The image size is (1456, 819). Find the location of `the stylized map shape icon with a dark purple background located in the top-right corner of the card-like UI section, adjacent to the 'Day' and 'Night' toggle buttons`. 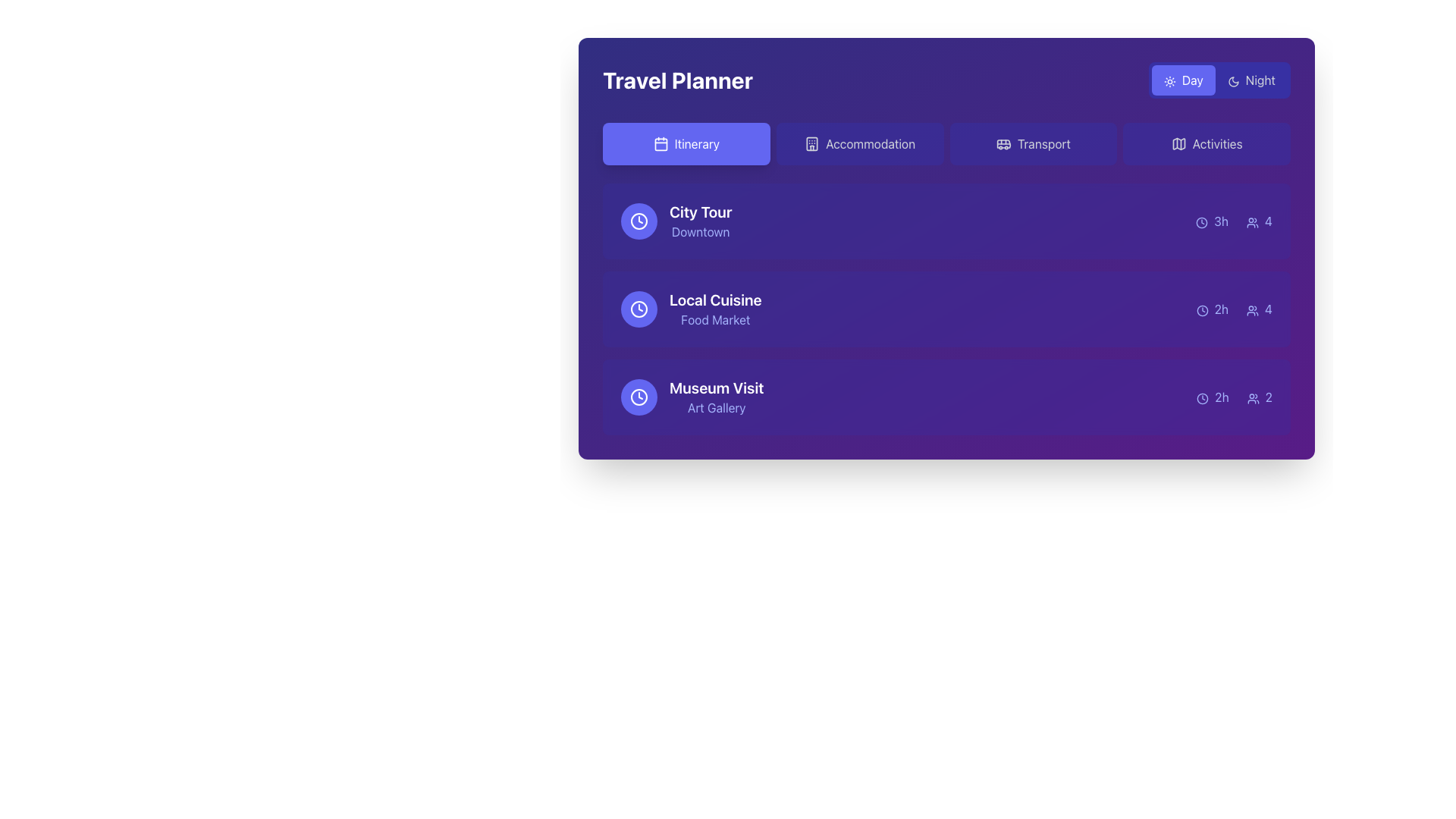

the stylized map shape icon with a dark purple background located in the top-right corner of the card-like UI section, adjacent to the 'Day' and 'Night' toggle buttons is located at coordinates (1178, 143).